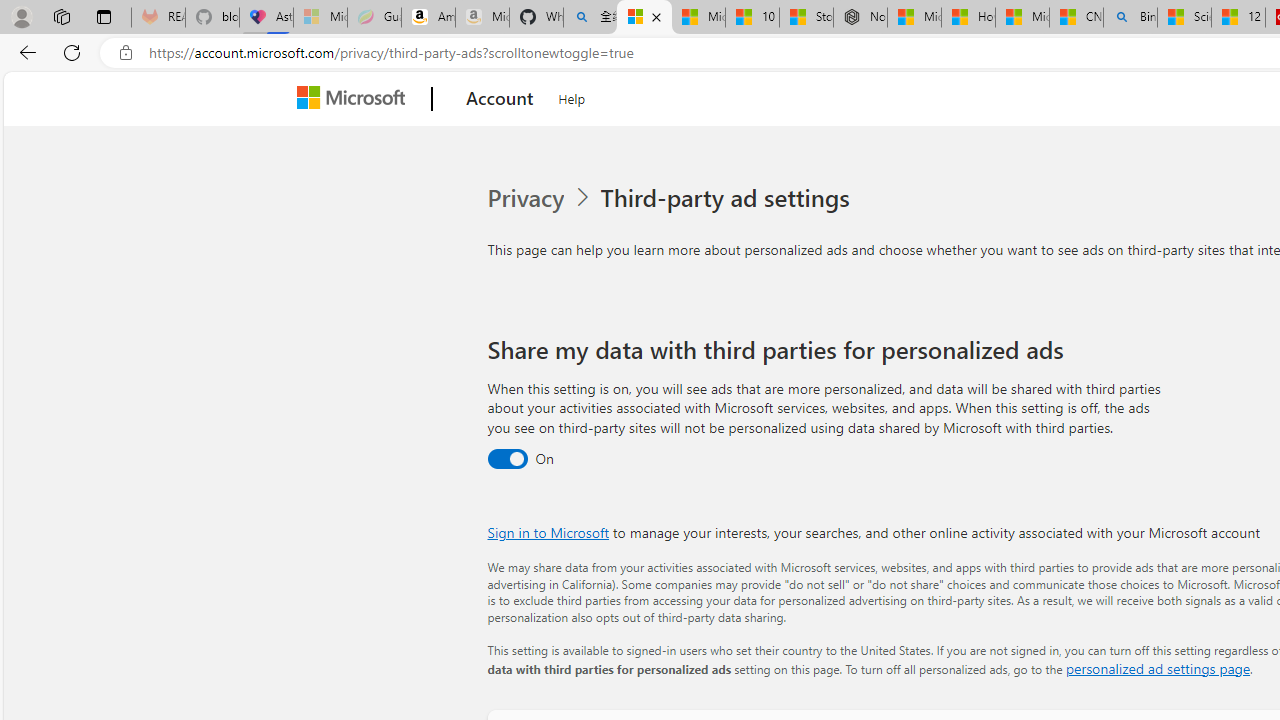  I want to click on 'Refresh', so click(72, 51).